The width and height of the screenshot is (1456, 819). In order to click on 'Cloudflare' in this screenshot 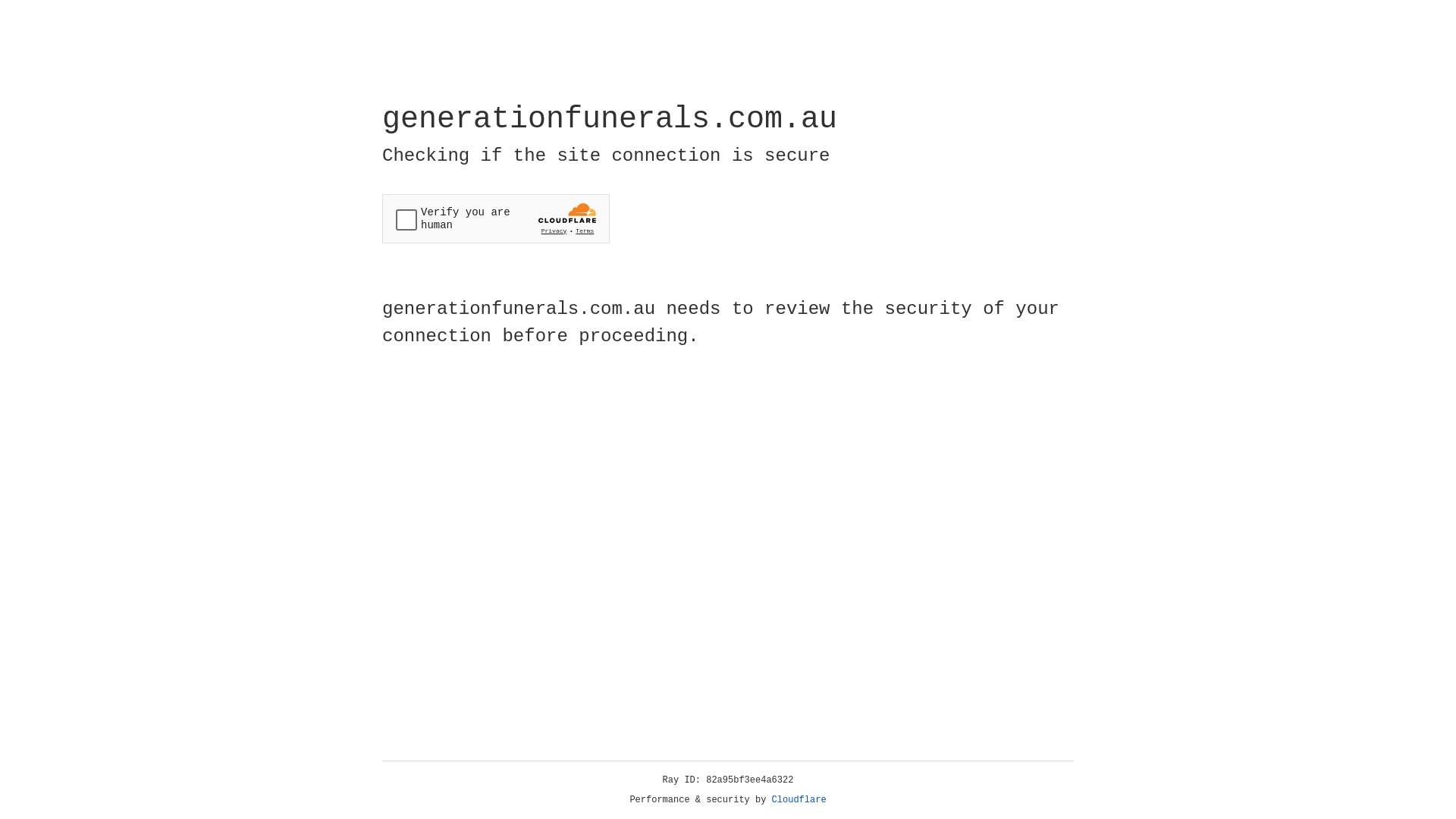, I will do `click(799, 799)`.